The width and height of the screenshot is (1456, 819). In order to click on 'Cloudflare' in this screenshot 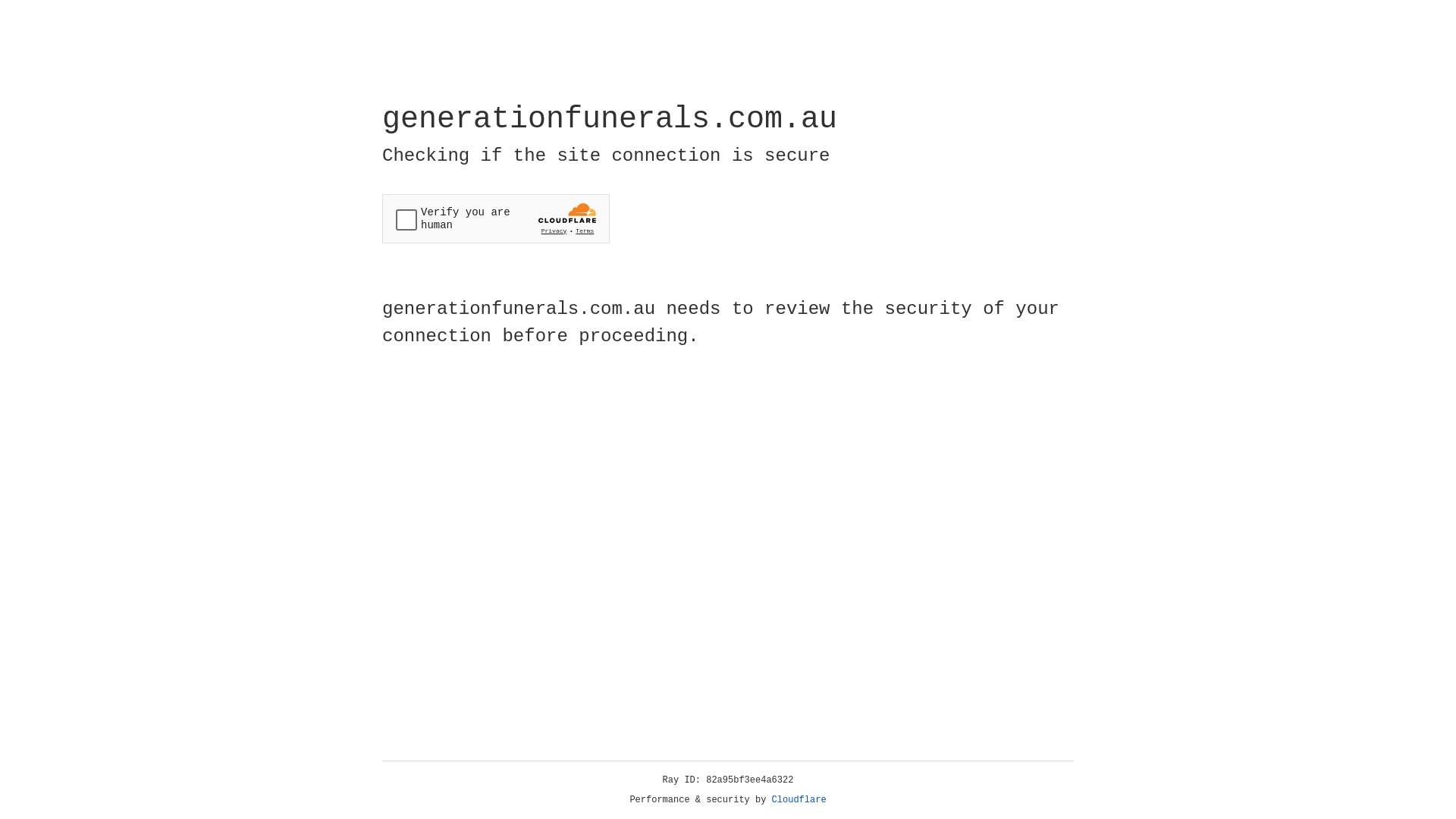, I will do `click(799, 799)`.